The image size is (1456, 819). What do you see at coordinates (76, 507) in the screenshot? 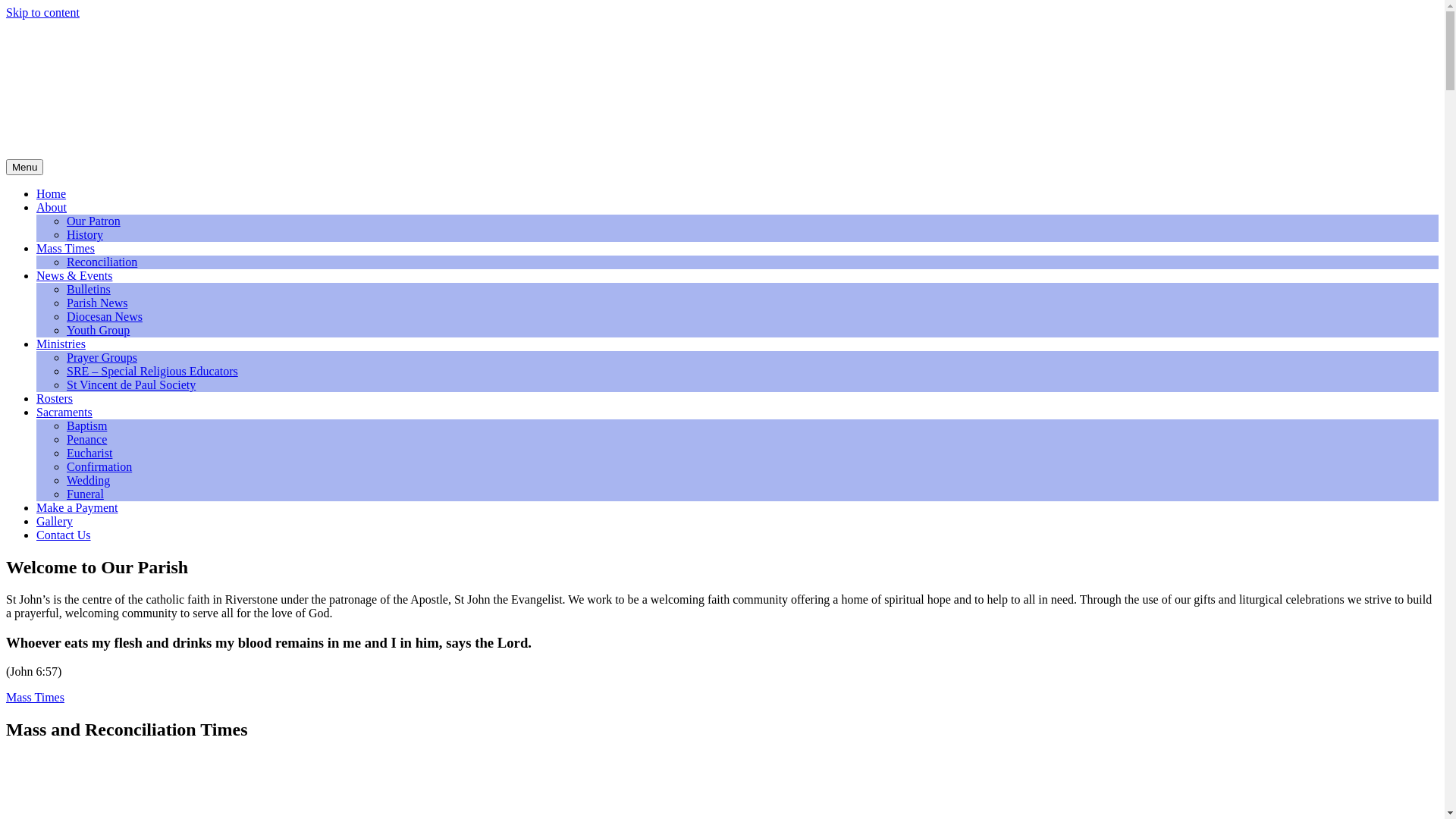
I see `'Make a Payment'` at bounding box center [76, 507].